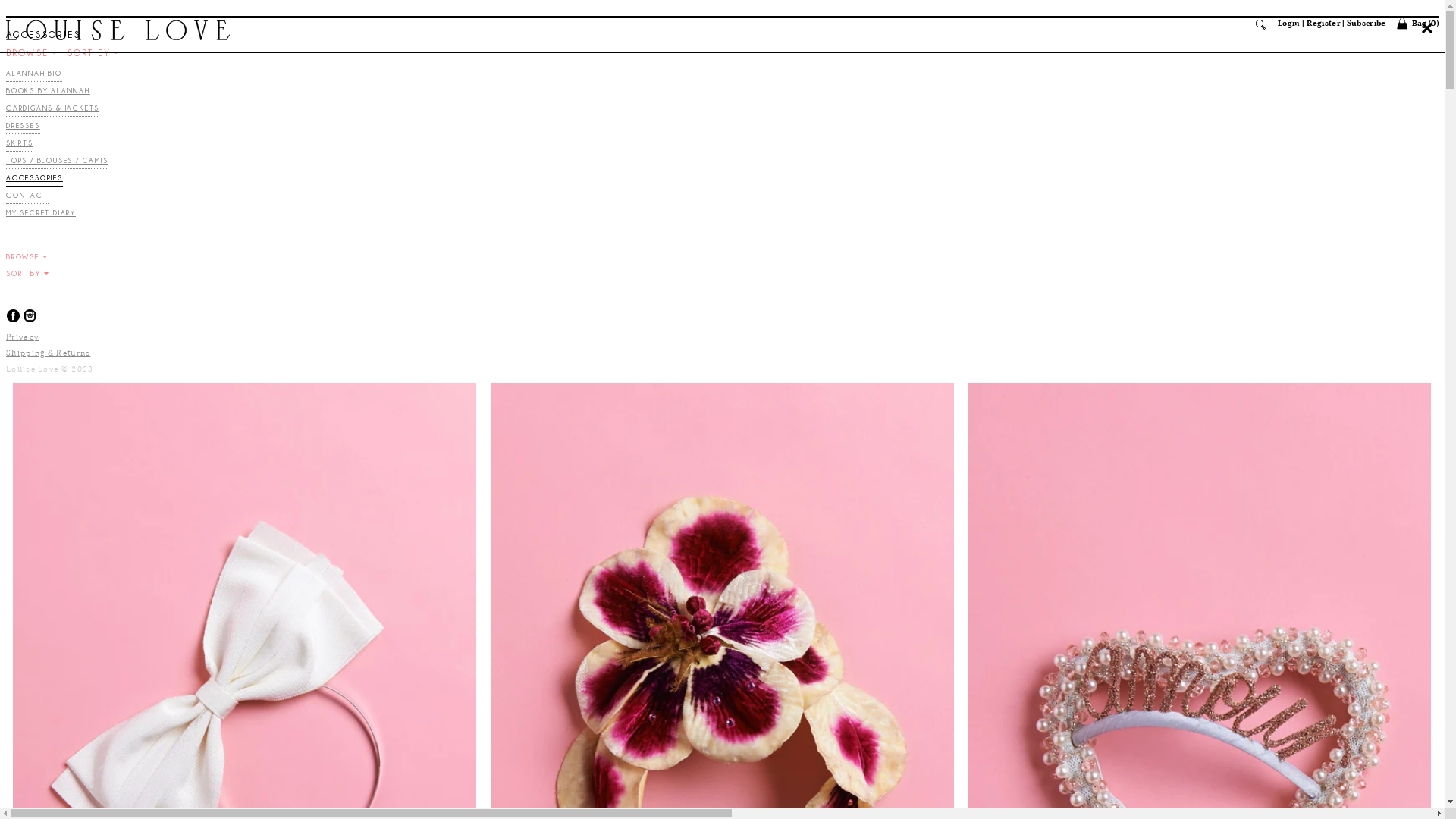 The image size is (1456, 819). I want to click on 'CARDIGANS & JACKETS', so click(52, 109).